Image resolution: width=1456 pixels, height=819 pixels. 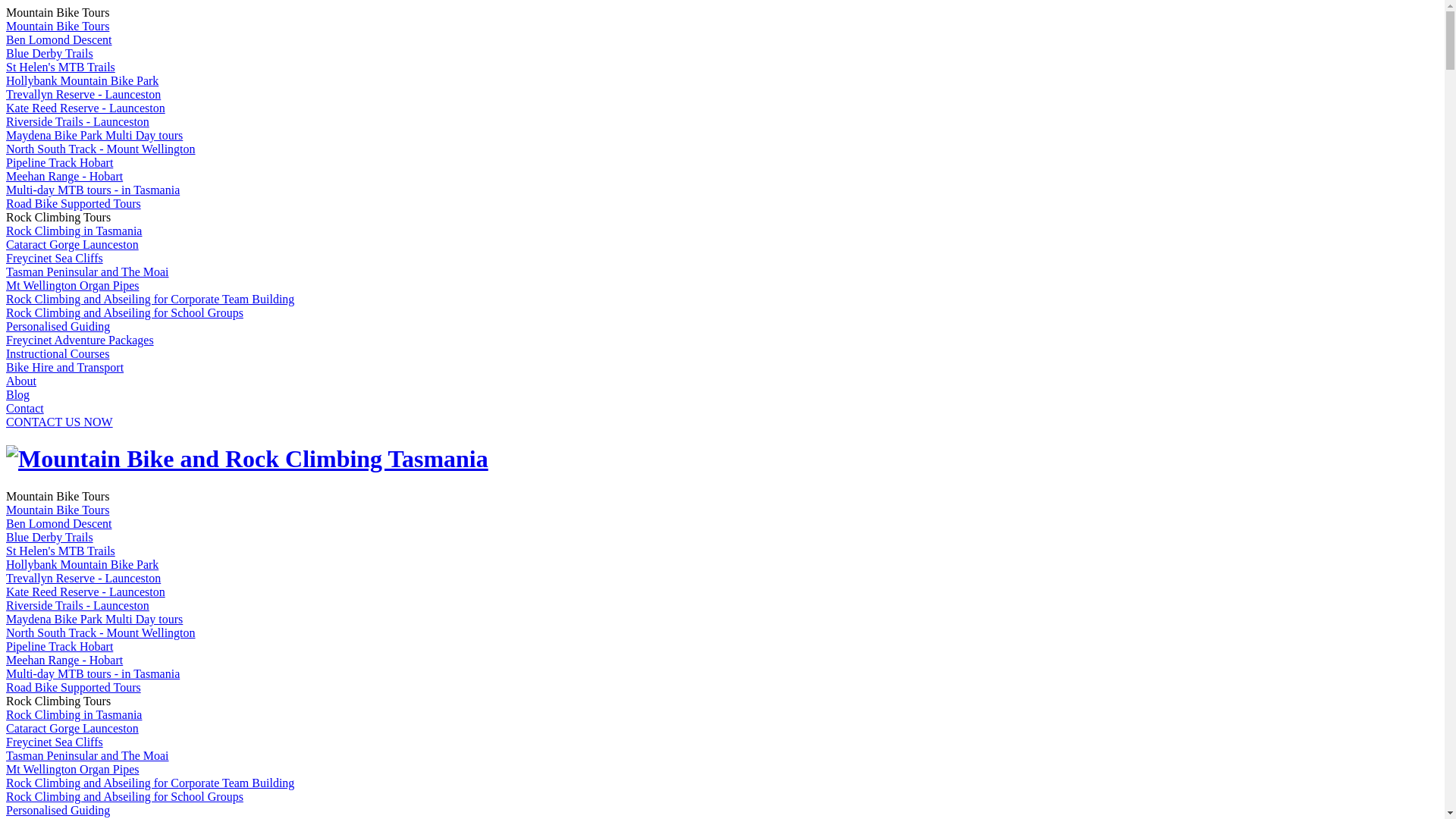 I want to click on 'Multi-day MTB tours - in Tasmania', so click(x=92, y=189).